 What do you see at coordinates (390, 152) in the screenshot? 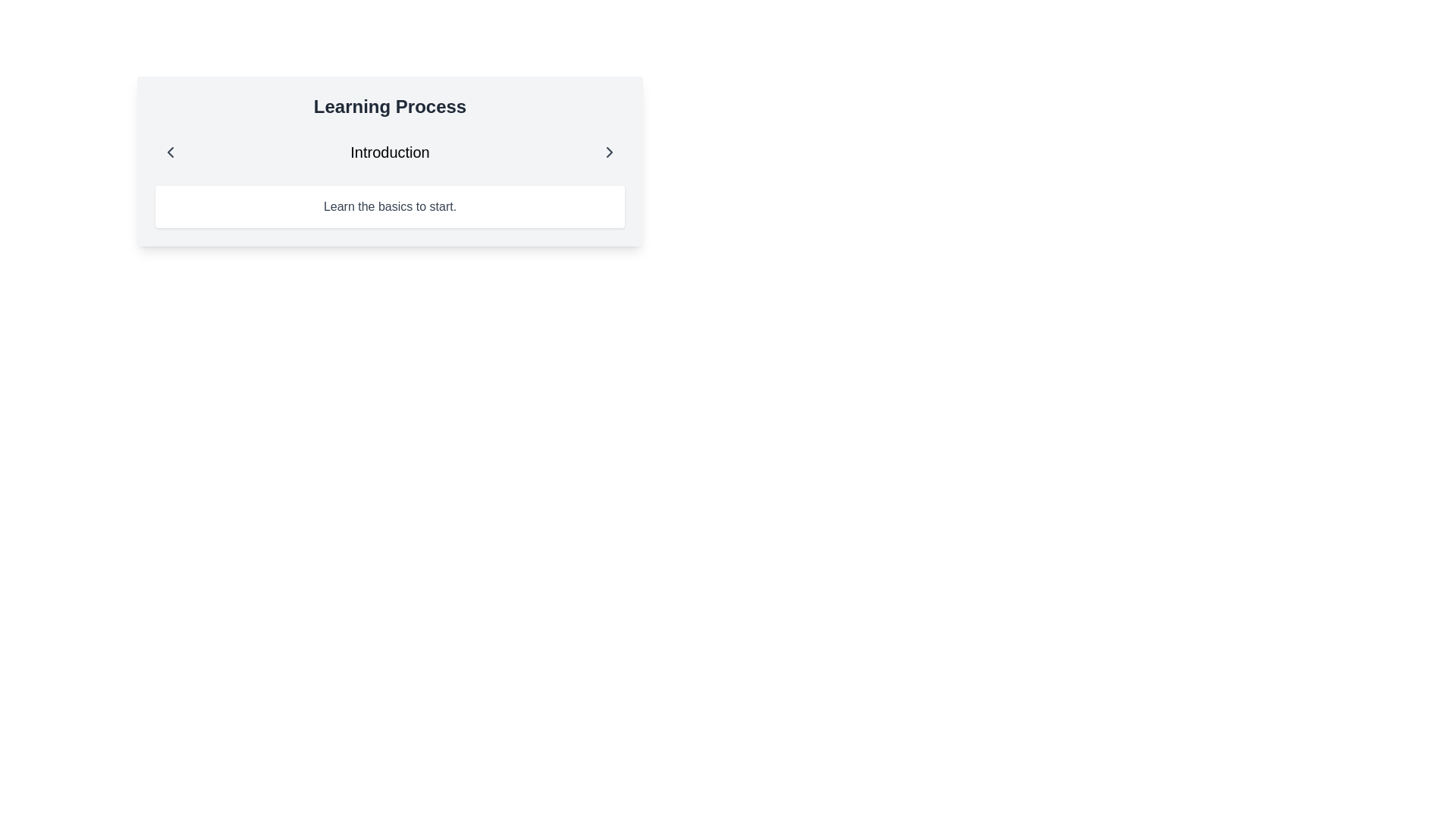
I see `the 'Introduction' text element, which is a horizontally aligned bar featuring navigation arrows on either side, positioned beneath the 'Learning Process' heading` at bounding box center [390, 152].